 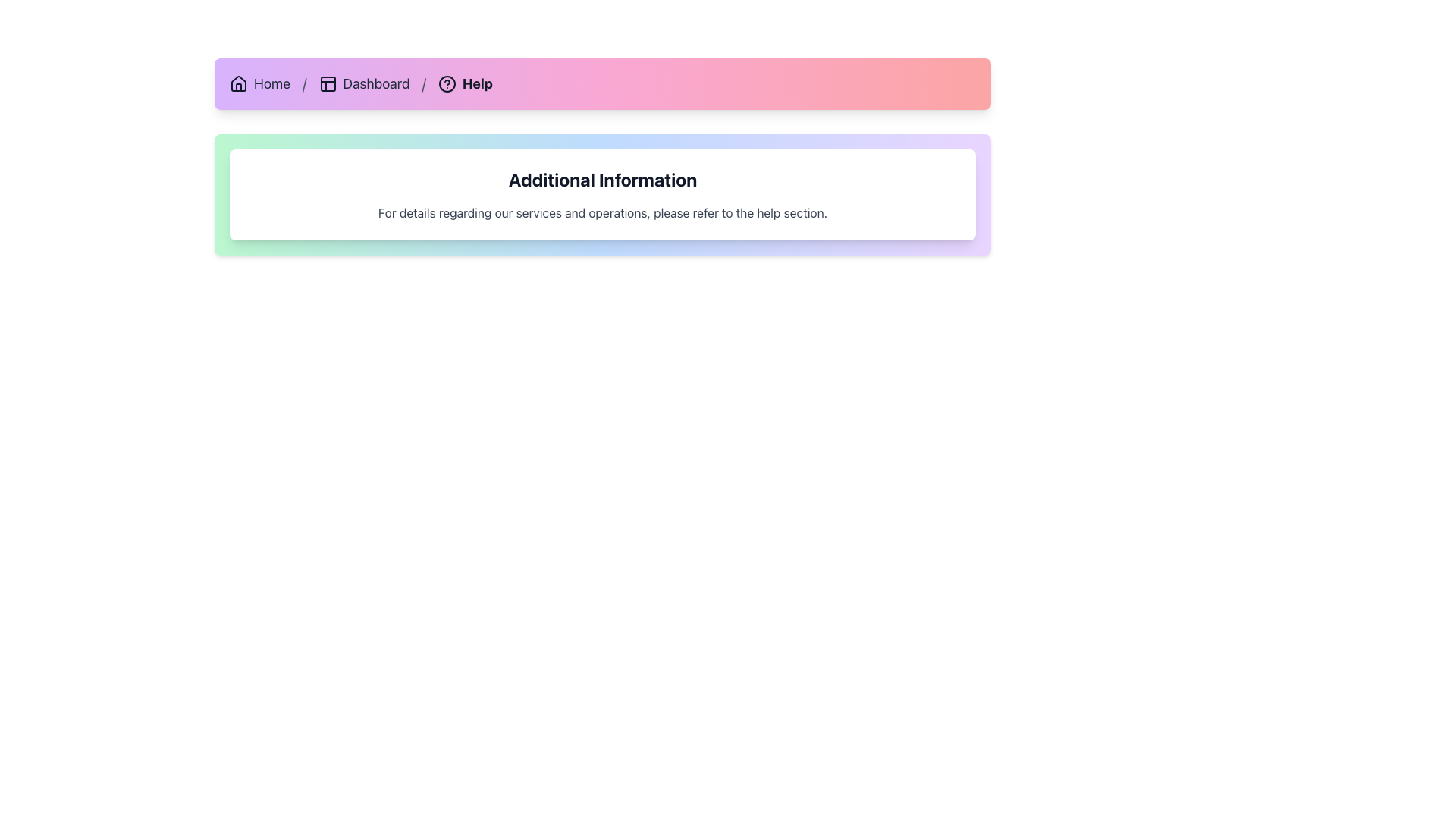 What do you see at coordinates (465, 84) in the screenshot?
I see `the 'Help' breadcrumb navigation item, which is the third item in the breadcrumb bar` at bounding box center [465, 84].